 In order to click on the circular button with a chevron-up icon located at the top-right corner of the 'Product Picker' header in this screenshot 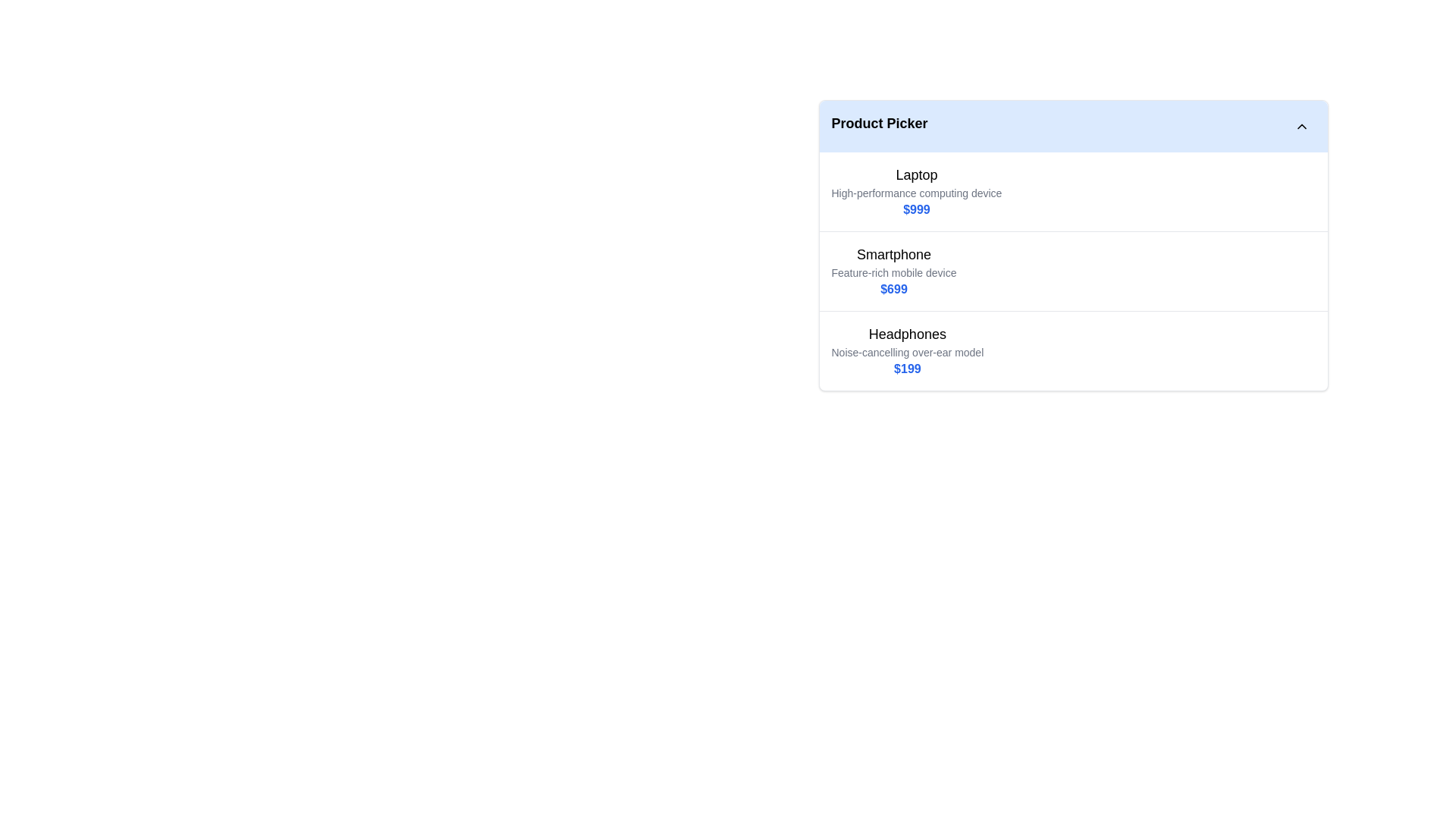, I will do `click(1301, 125)`.